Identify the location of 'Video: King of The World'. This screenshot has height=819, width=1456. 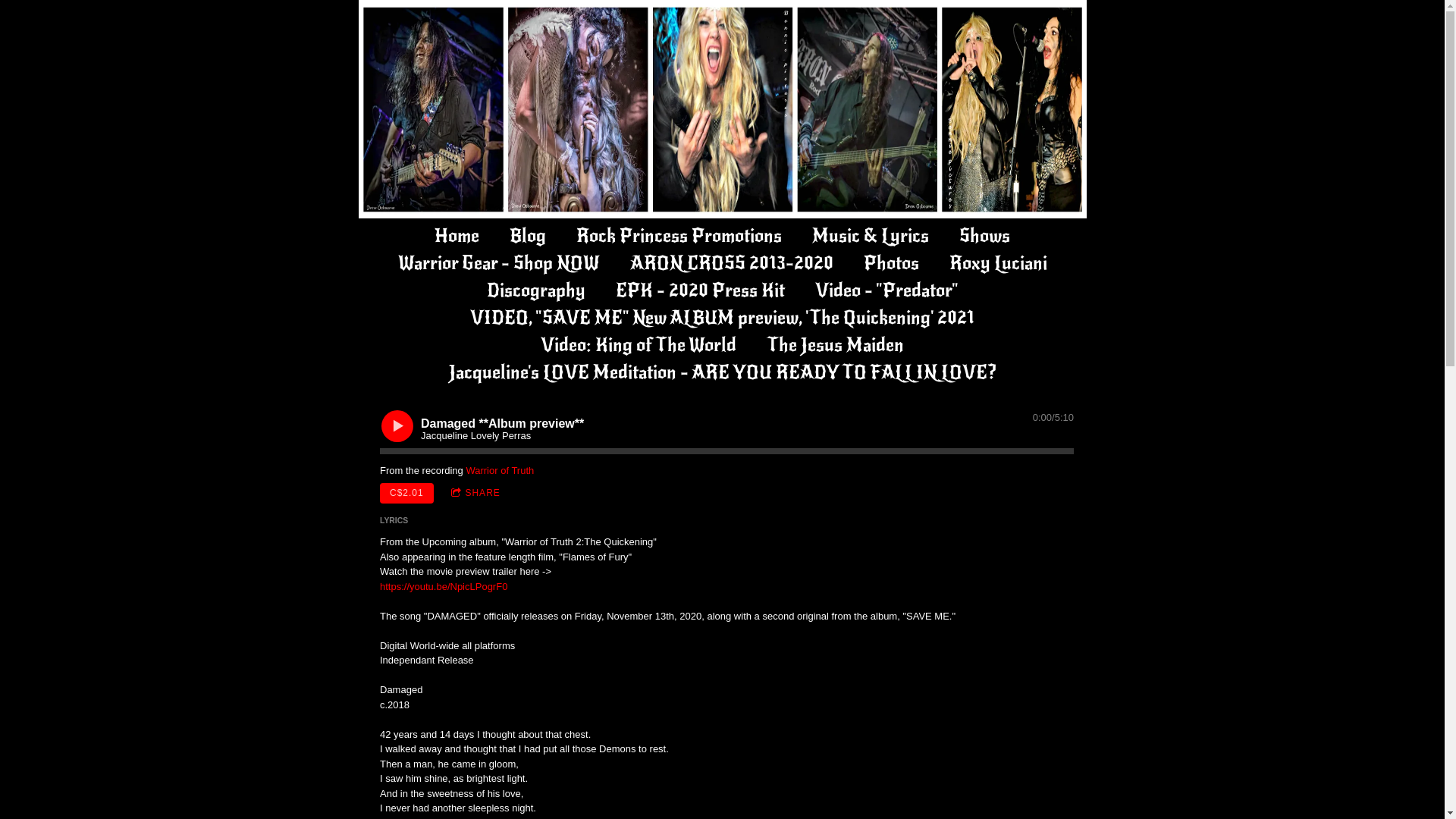
(638, 345).